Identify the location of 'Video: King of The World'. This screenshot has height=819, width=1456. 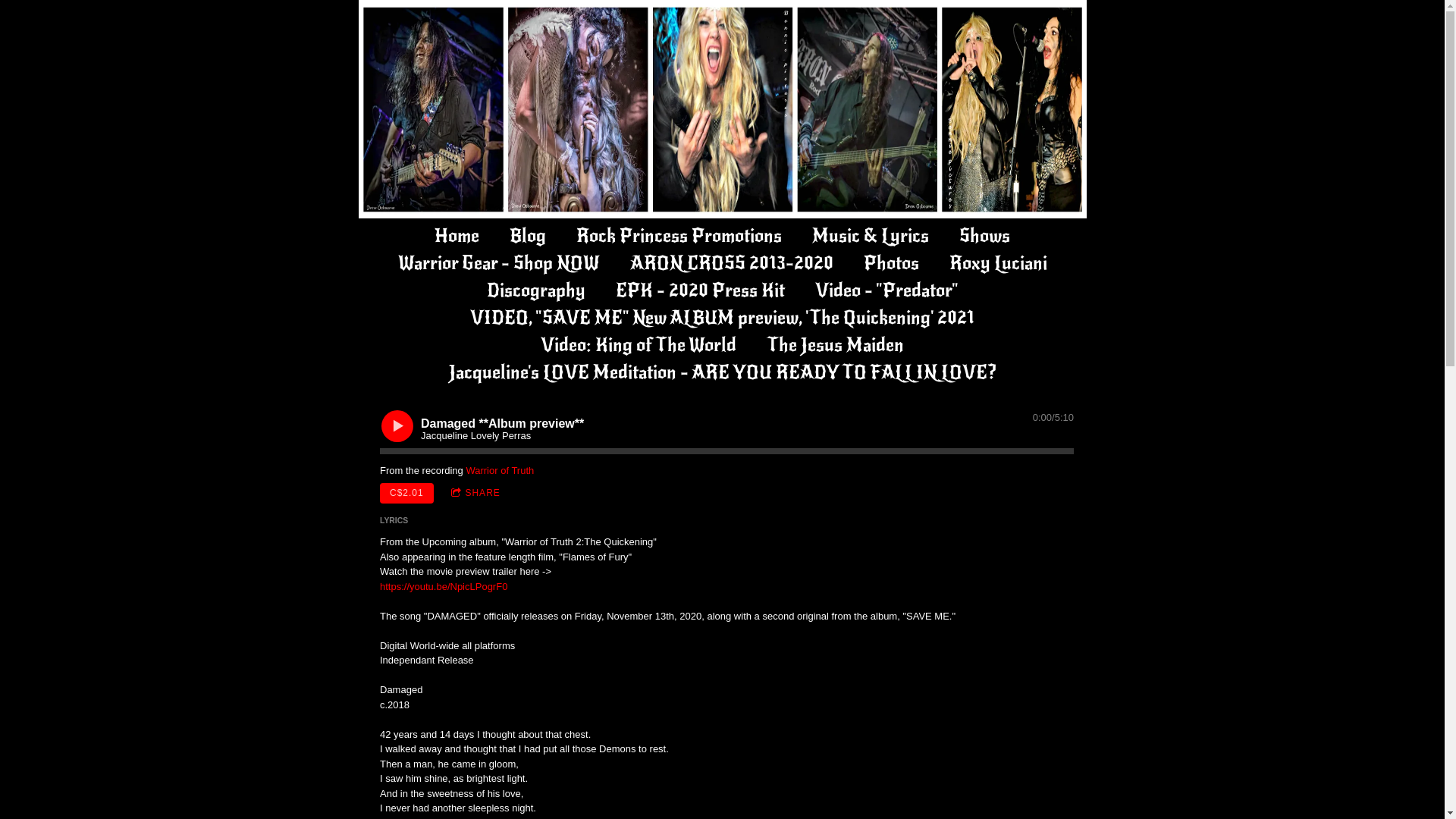
(638, 345).